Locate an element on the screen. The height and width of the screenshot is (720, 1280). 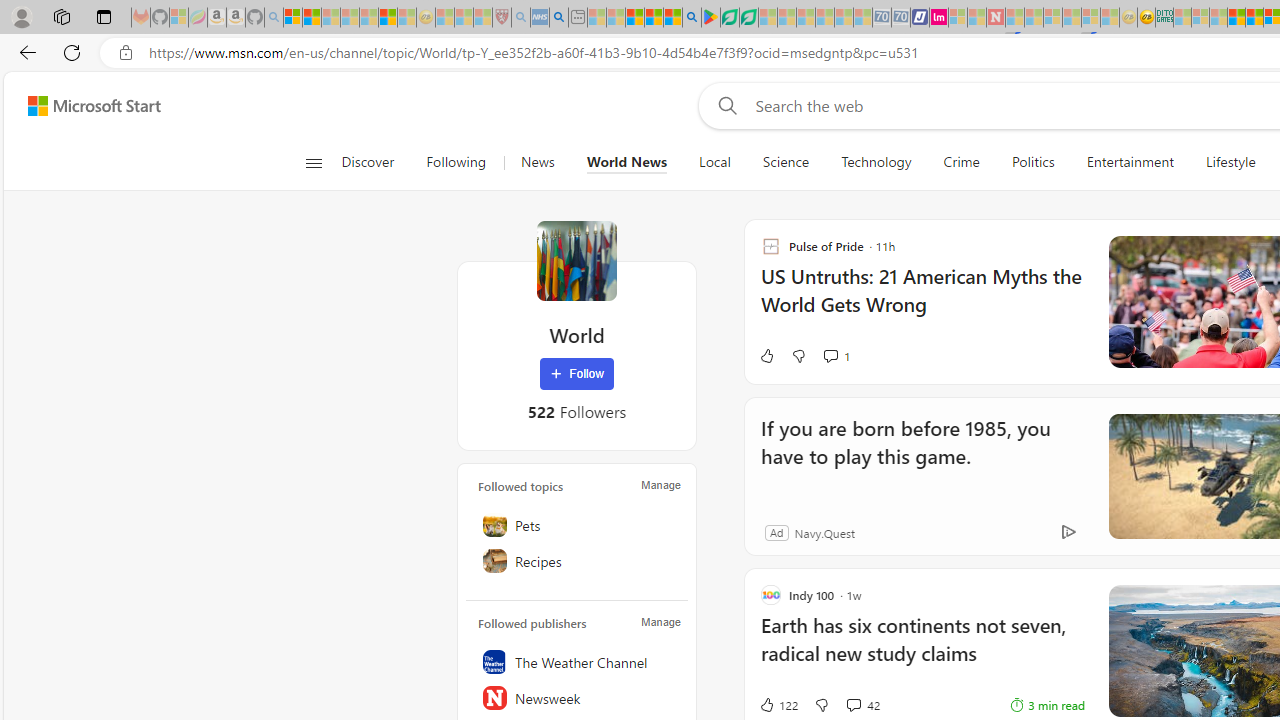
'122 Like' is located at coordinates (777, 703).